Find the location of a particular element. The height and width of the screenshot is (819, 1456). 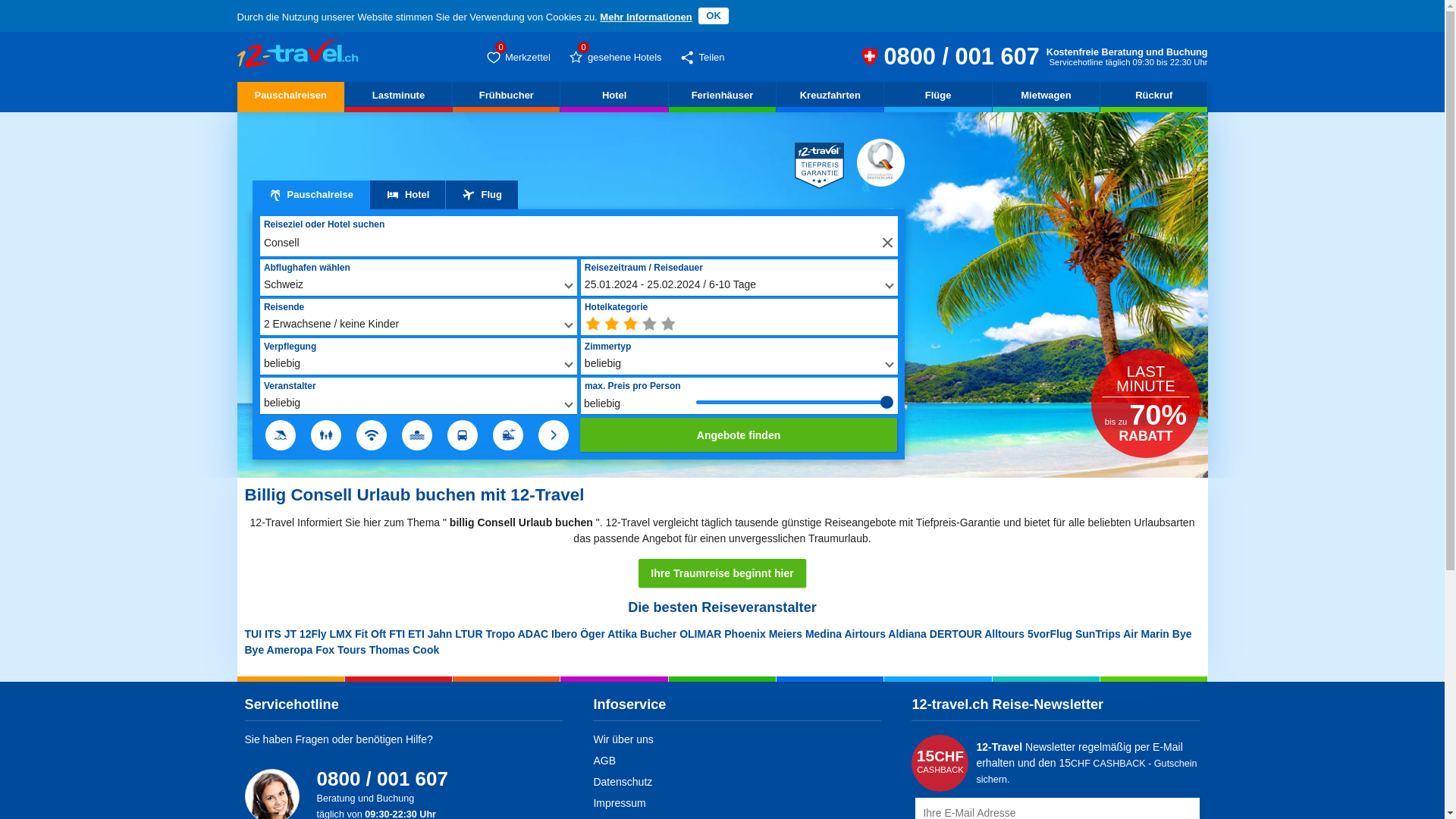

'ITS' is located at coordinates (273, 634).